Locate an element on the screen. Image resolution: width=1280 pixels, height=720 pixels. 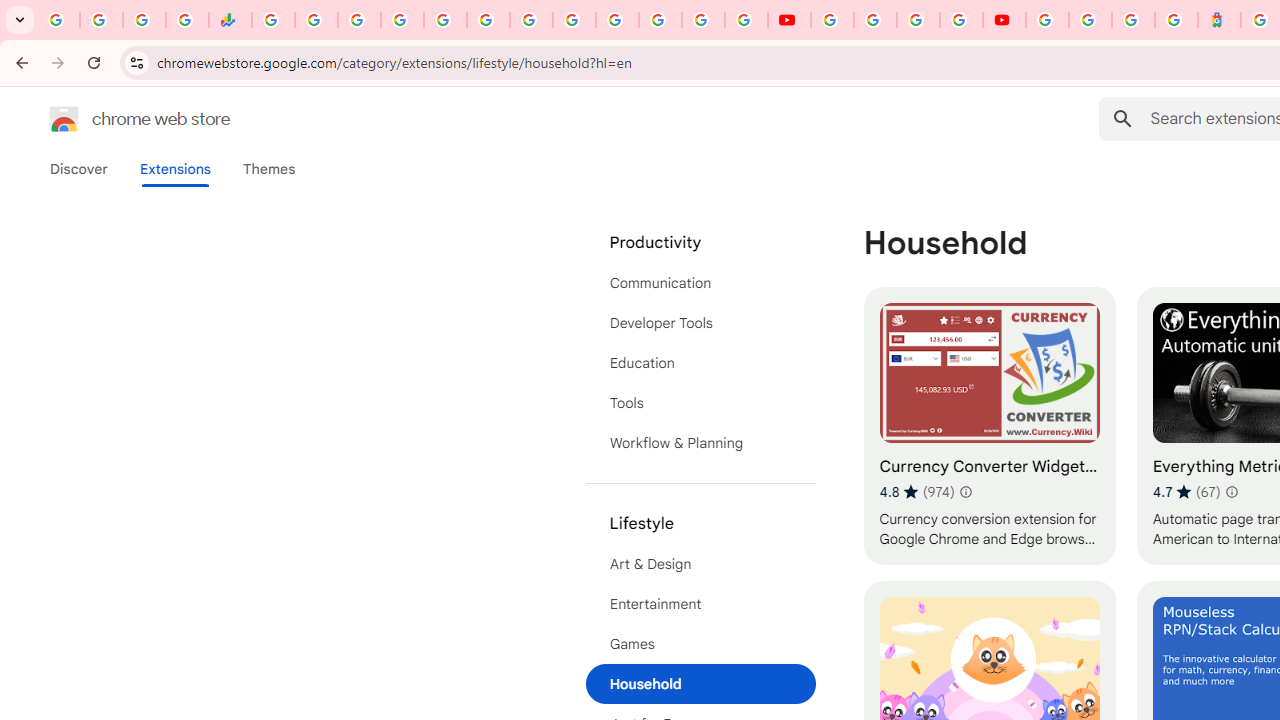
'Art & Design' is located at coordinates (700, 564).